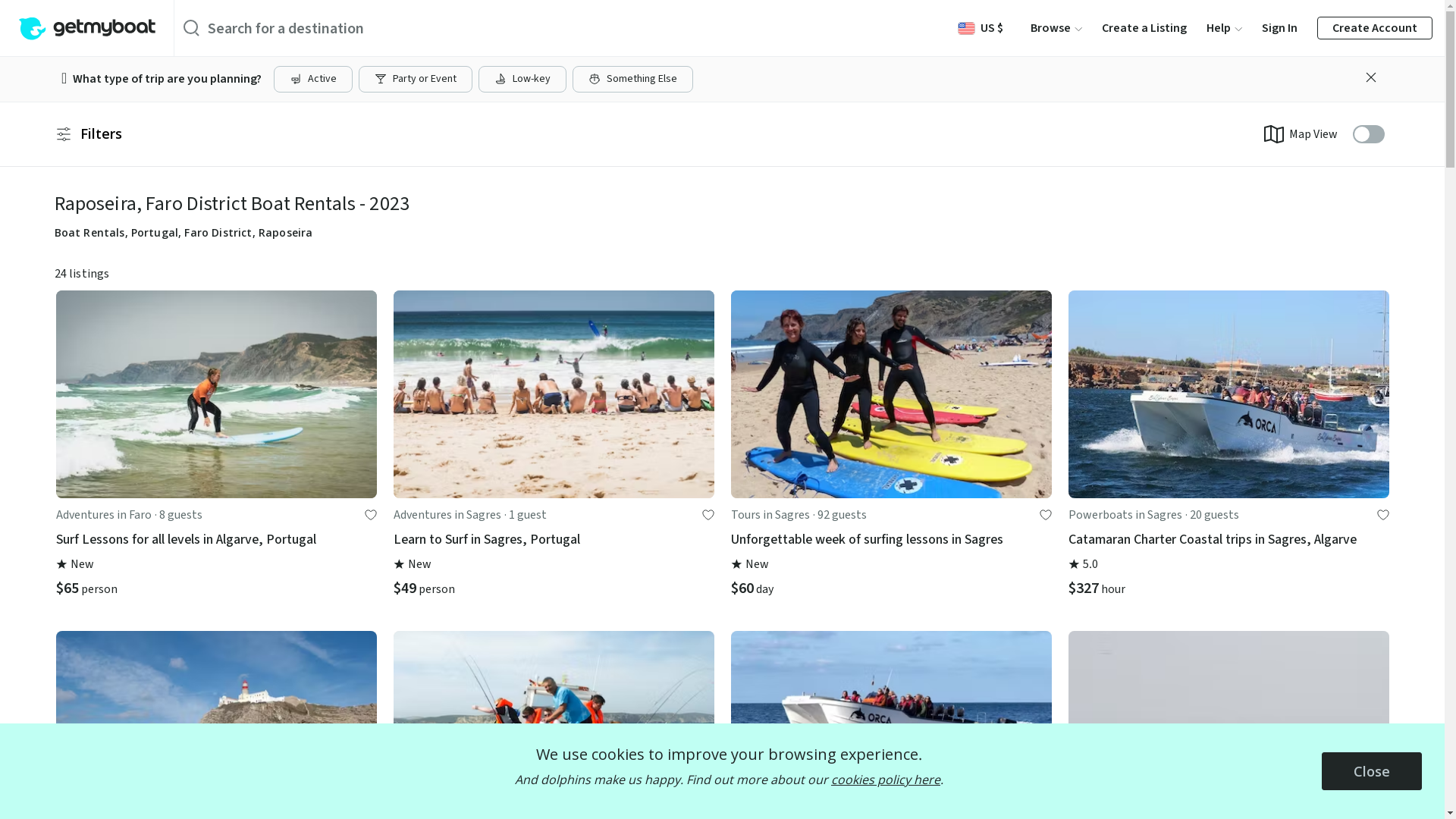  I want to click on 'Low-key', so click(522, 79).